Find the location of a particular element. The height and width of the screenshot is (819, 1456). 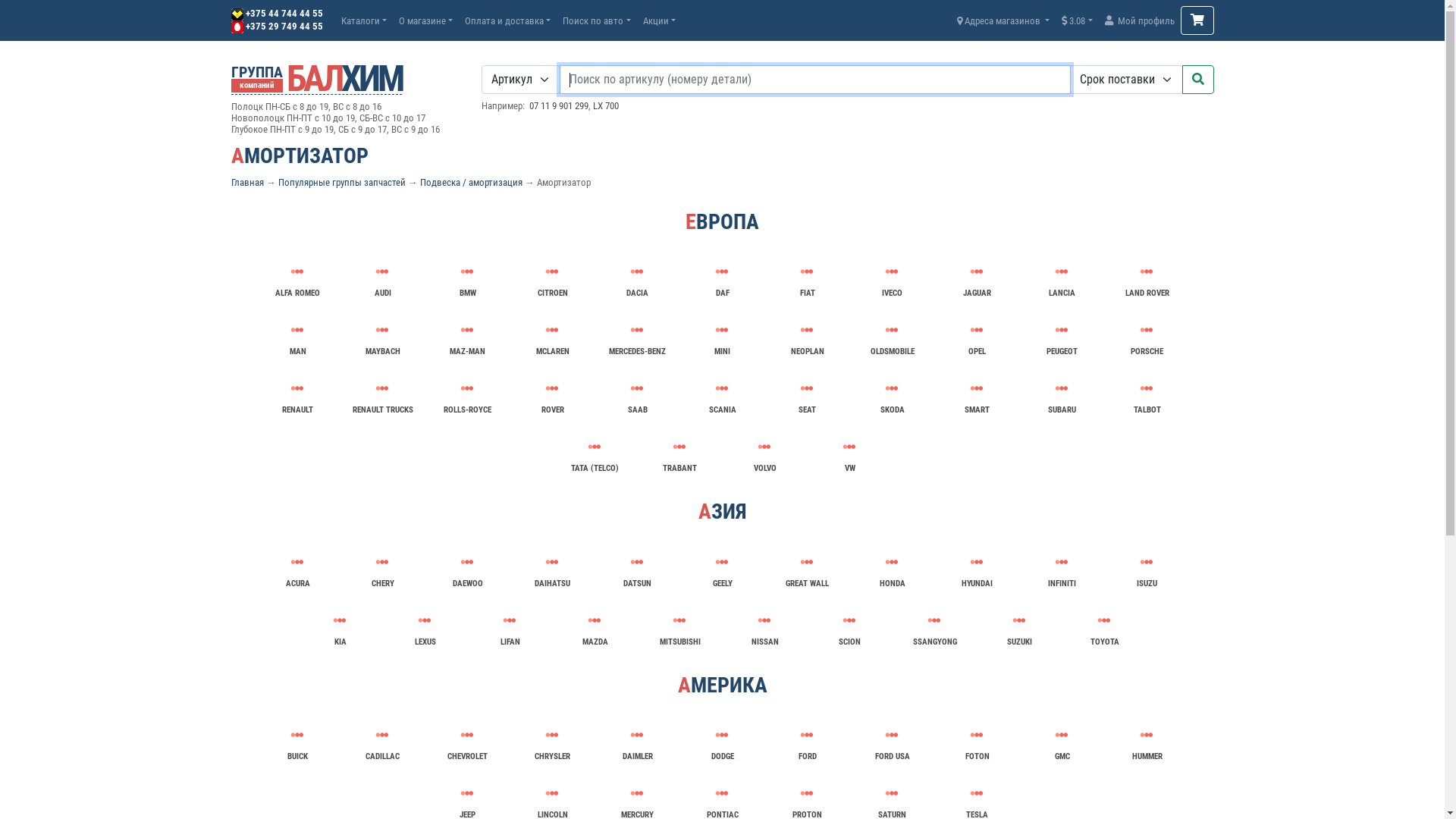

'FORD' is located at coordinates (806, 739).